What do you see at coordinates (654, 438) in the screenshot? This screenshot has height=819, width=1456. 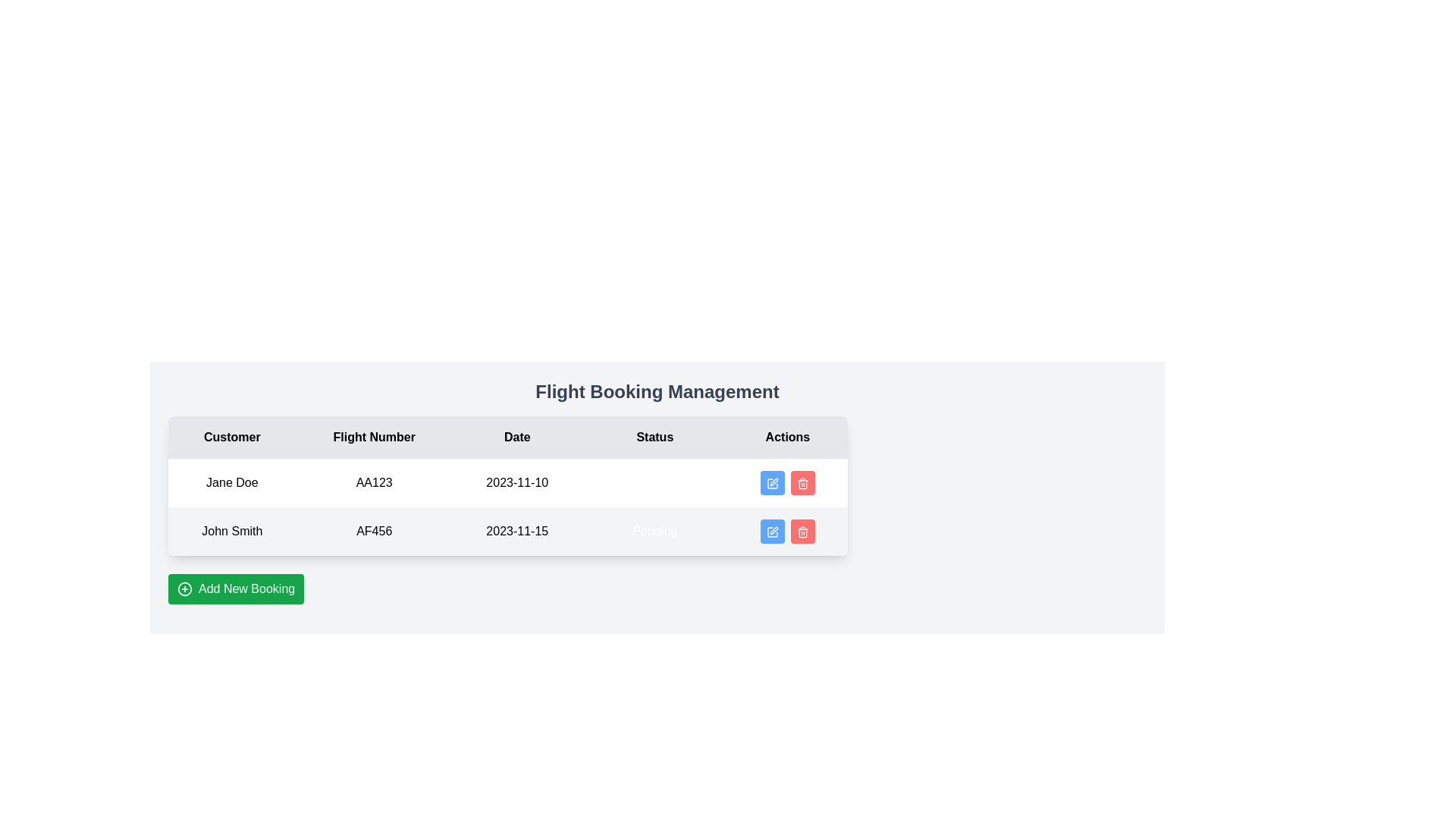 I see `the 'Status' text label, which is the fourth column header in the table, positioned between 'Date' and 'Actions'` at bounding box center [654, 438].